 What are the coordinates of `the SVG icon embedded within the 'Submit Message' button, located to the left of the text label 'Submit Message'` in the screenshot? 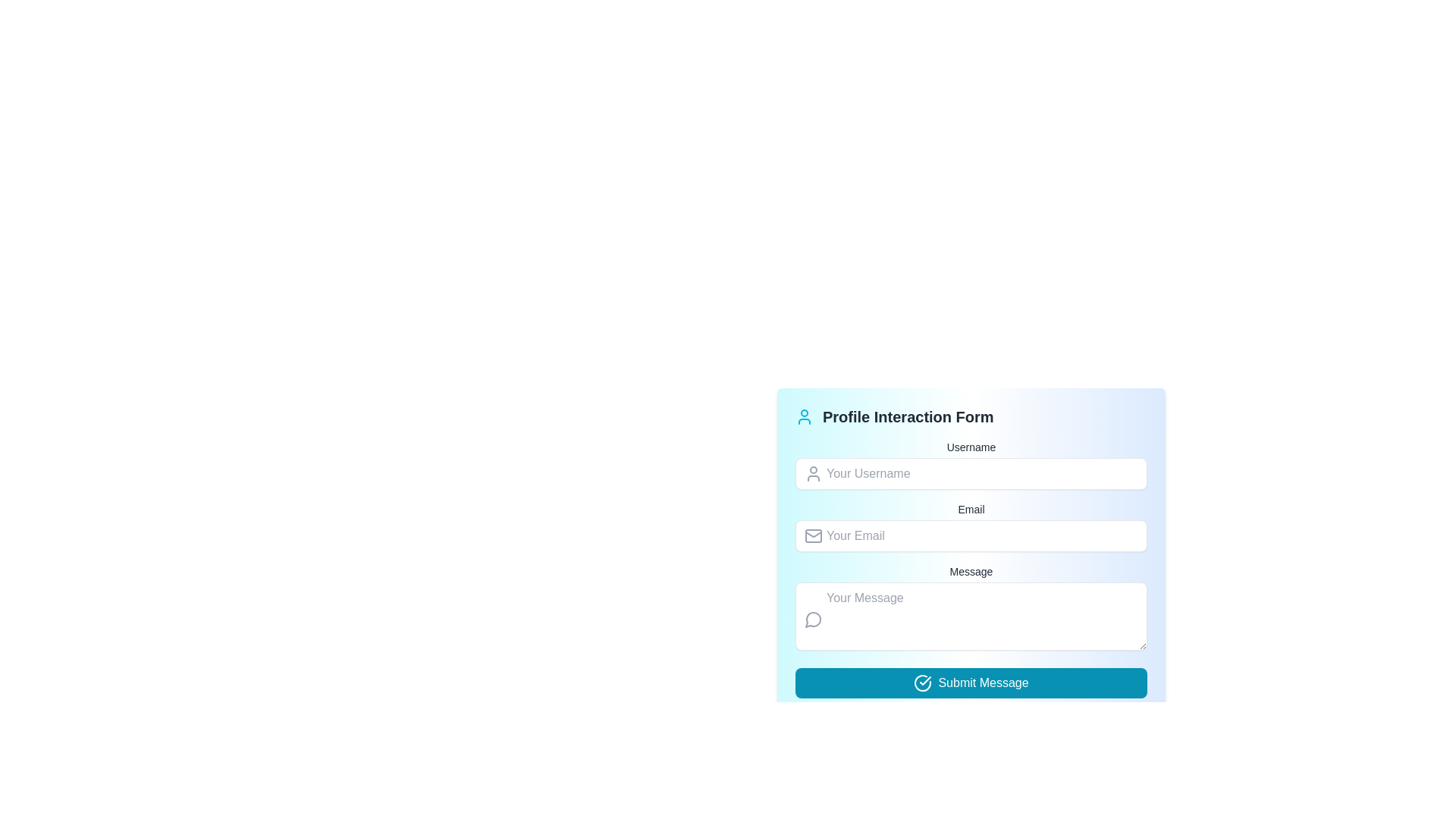 It's located at (922, 683).